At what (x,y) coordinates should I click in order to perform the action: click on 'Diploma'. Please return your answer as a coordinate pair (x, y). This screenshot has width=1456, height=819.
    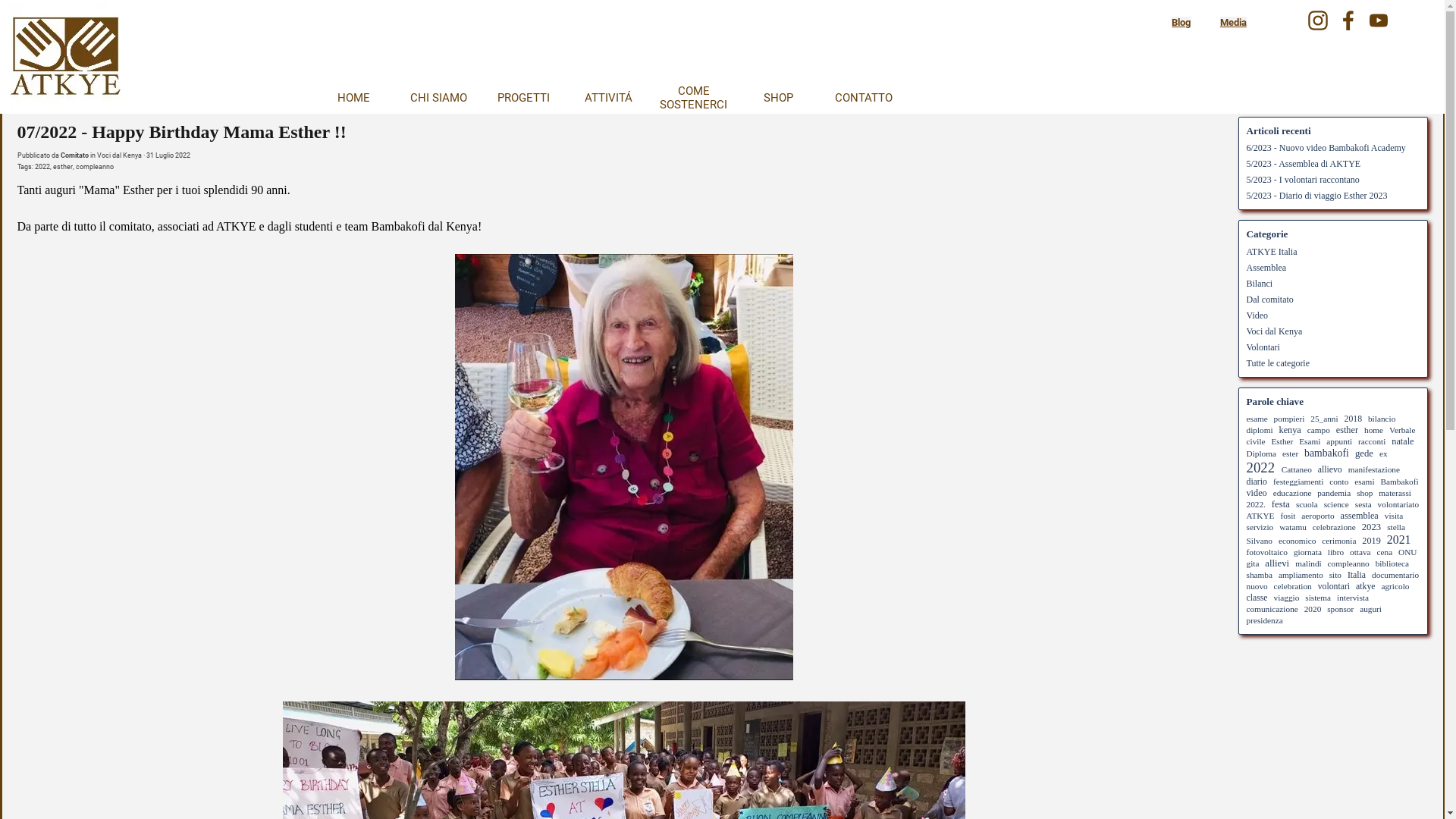
    Looking at the image, I should click on (1261, 452).